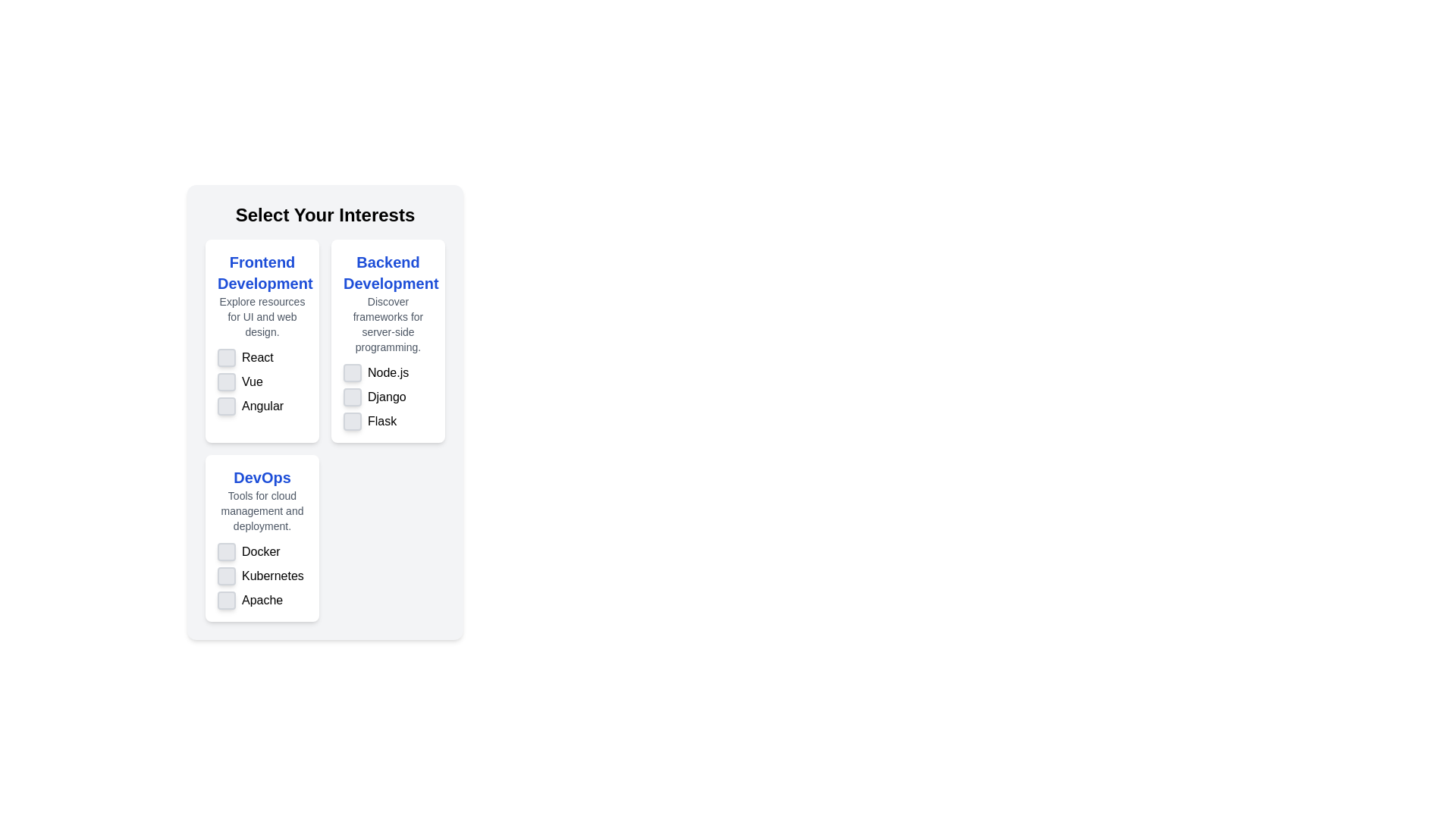 Image resolution: width=1456 pixels, height=819 pixels. Describe the element at coordinates (262, 406) in the screenshot. I see `the informational label displaying the name 'Angular', which is the third and bottom entry in the 'Frontend Development' section, positioned below 'Vue'` at that location.